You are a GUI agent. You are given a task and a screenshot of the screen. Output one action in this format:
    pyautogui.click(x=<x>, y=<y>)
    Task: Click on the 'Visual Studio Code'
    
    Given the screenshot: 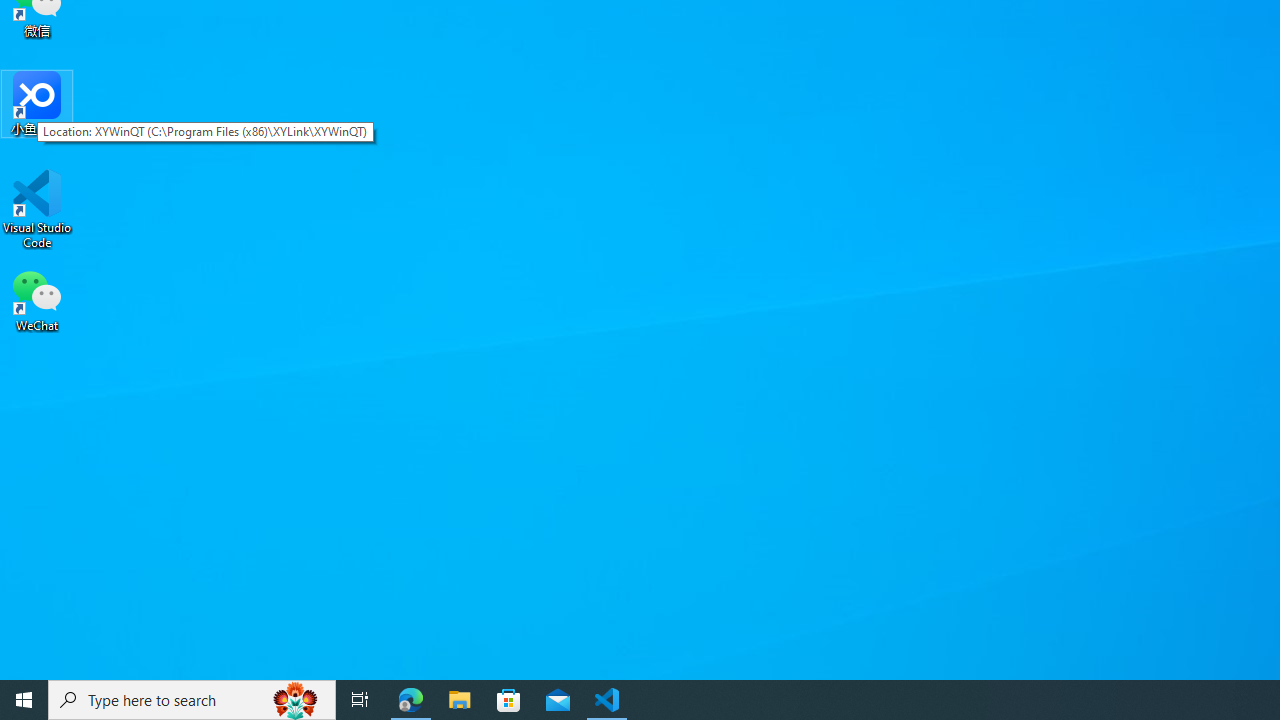 What is the action you would take?
    pyautogui.click(x=37, y=209)
    